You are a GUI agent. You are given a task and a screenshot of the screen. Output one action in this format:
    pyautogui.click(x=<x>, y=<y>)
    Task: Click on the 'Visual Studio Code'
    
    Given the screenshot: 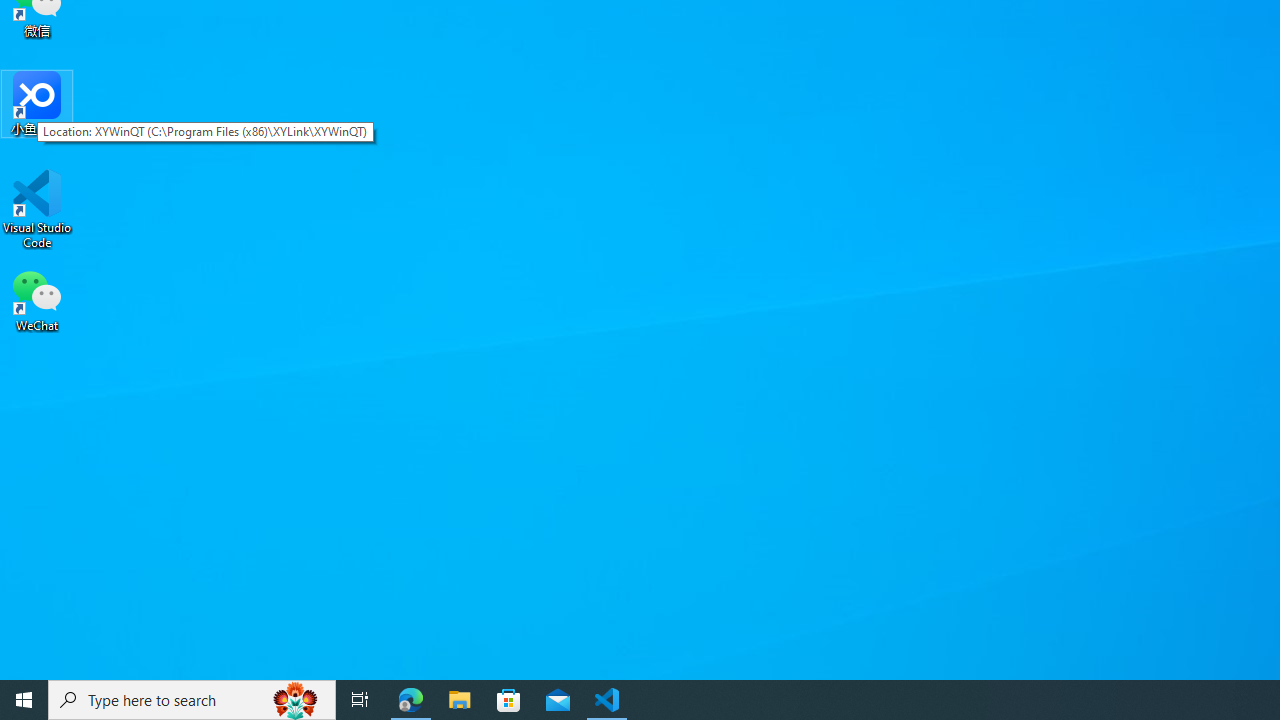 What is the action you would take?
    pyautogui.click(x=37, y=209)
    